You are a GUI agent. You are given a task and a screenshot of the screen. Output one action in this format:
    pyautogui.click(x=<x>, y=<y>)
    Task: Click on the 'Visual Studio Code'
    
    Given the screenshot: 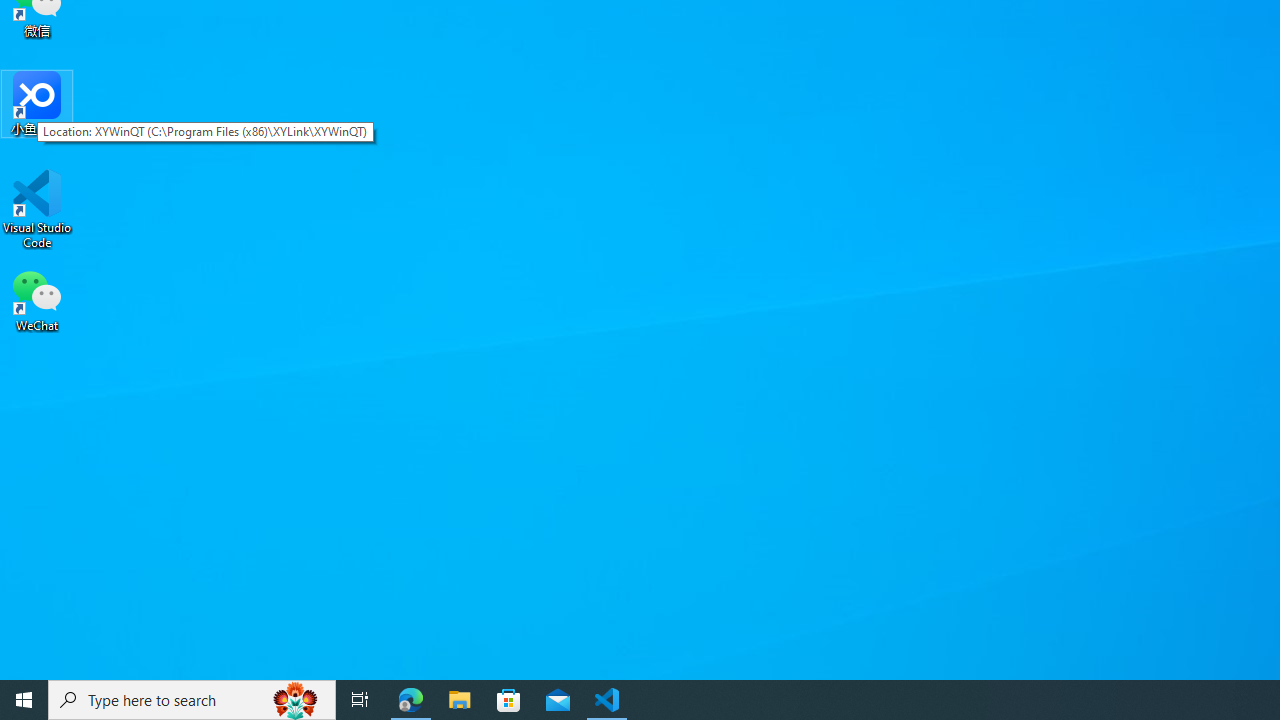 What is the action you would take?
    pyautogui.click(x=37, y=209)
    